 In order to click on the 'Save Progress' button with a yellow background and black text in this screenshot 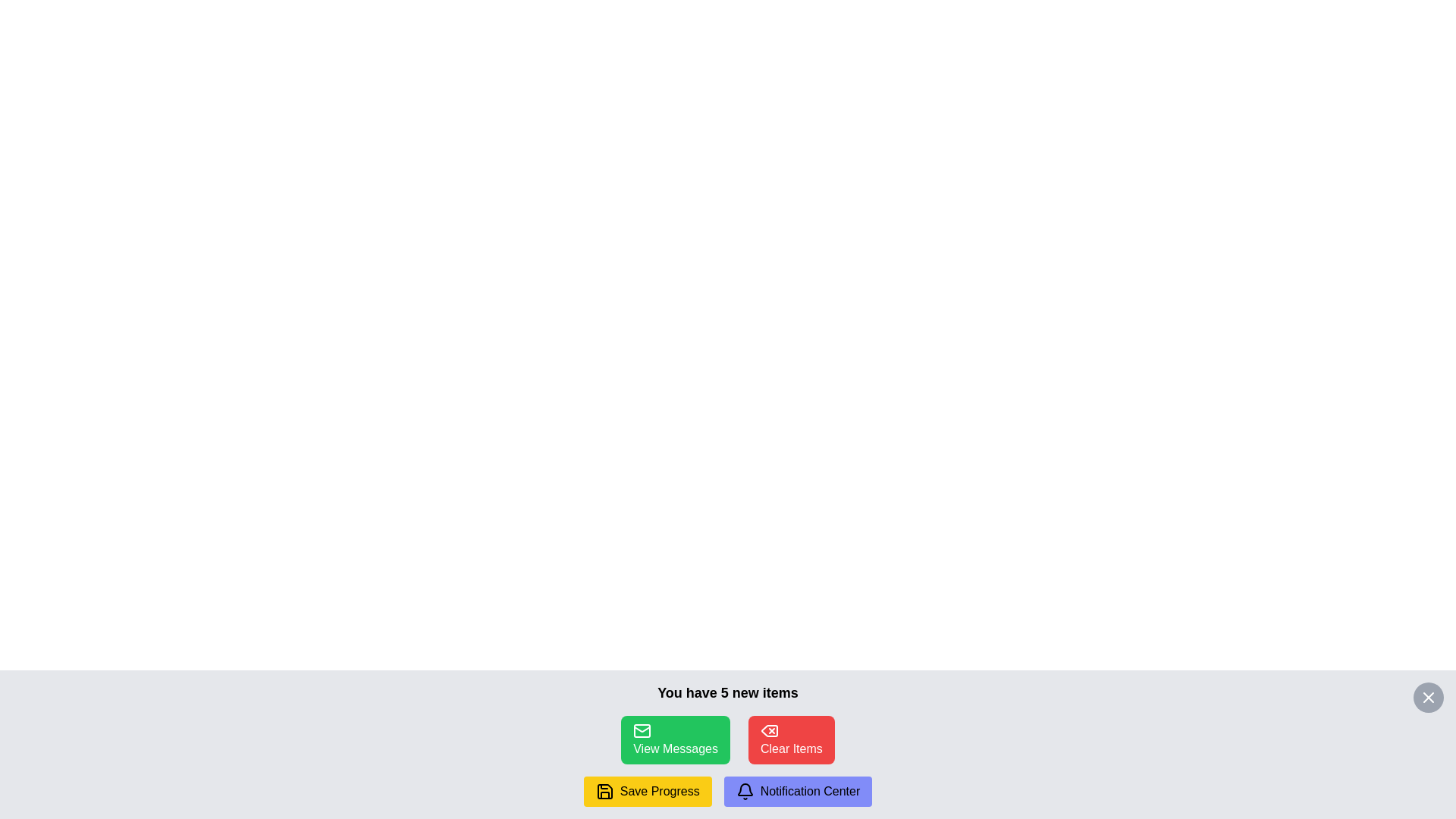, I will do `click(648, 791)`.